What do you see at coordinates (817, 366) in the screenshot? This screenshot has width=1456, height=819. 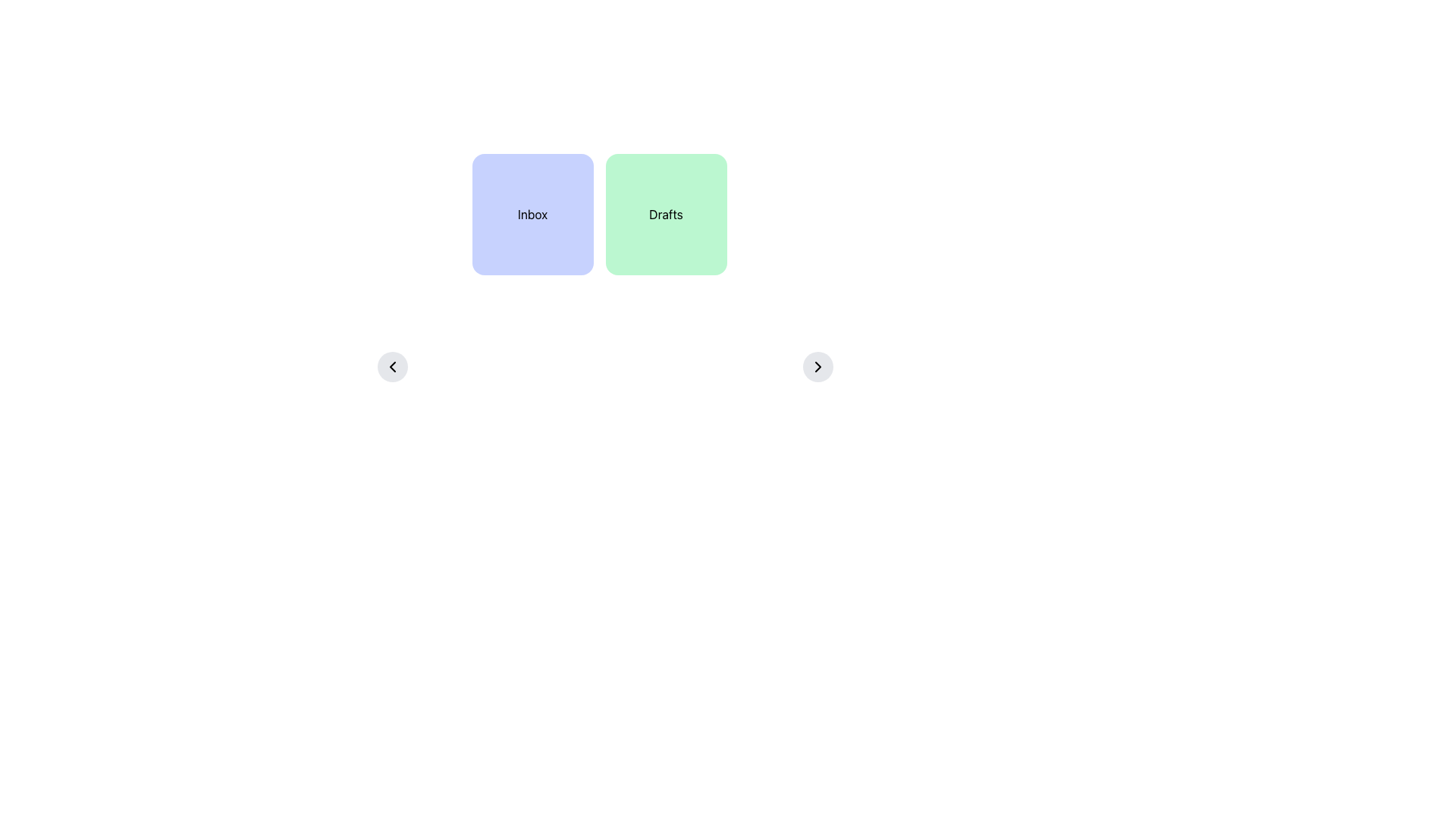 I see `the navigation button located to the right of the 'Inbox' and 'Drafts' containers` at bounding box center [817, 366].